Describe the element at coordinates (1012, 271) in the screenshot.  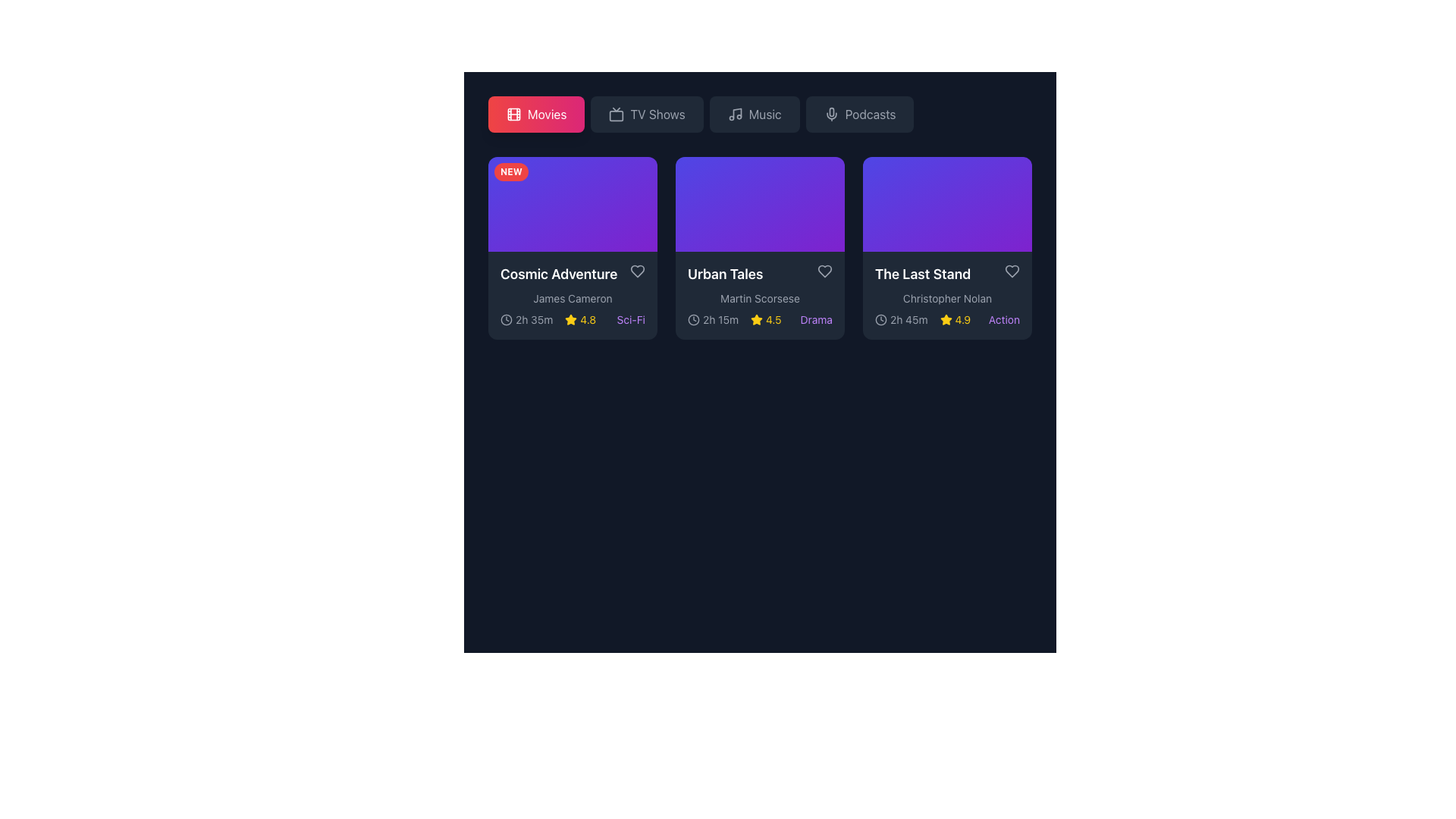
I see `the heart icon located in the top-right corner of the card labeled 'The Last Stand' to trigger the color change from gray to red` at that location.